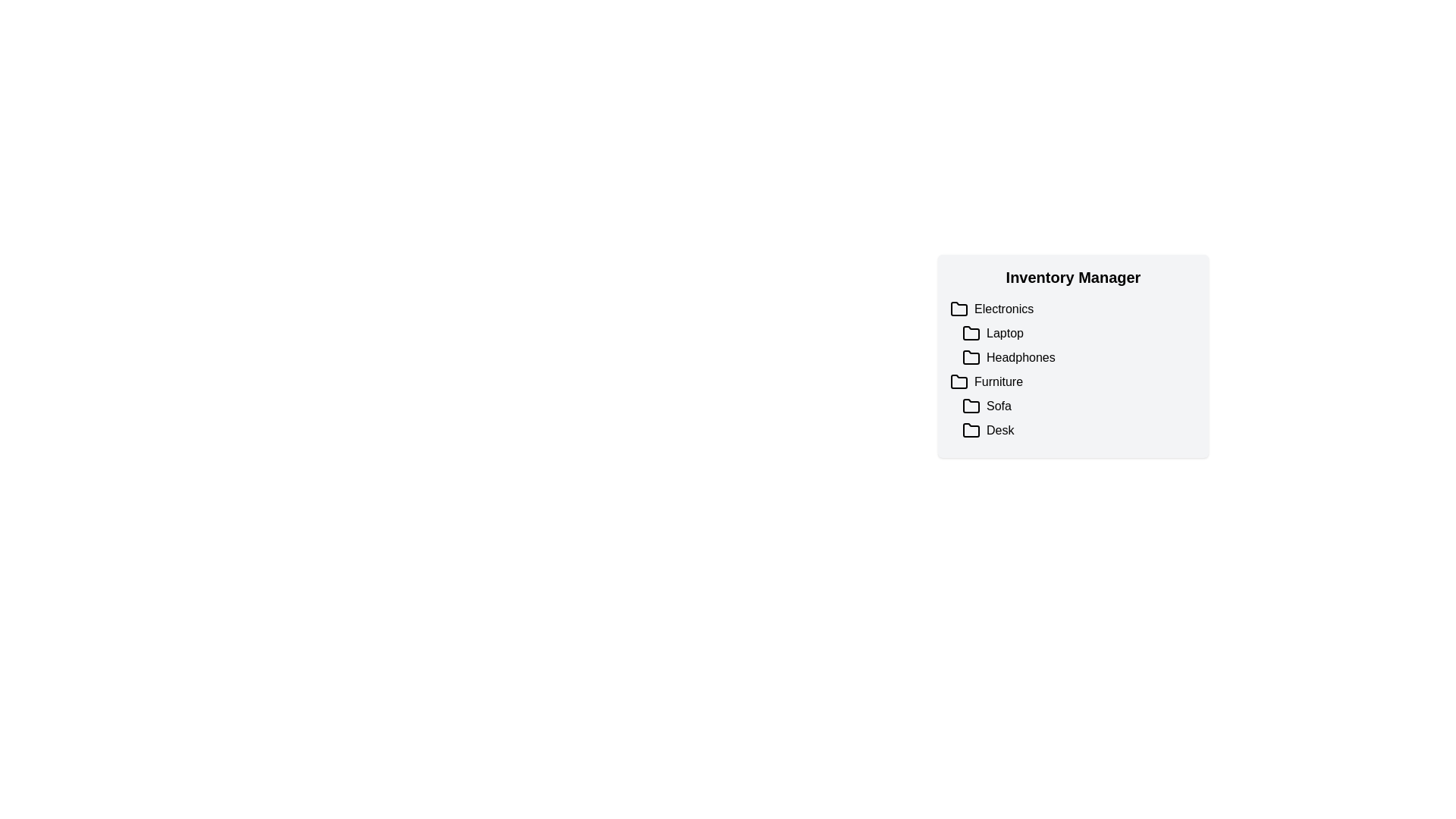 The width and height of the screenshot is (1456, 819). I want to click on the compact folder icon that is outlined and located to the left of the text label 'Sofa', so click(971, 406).